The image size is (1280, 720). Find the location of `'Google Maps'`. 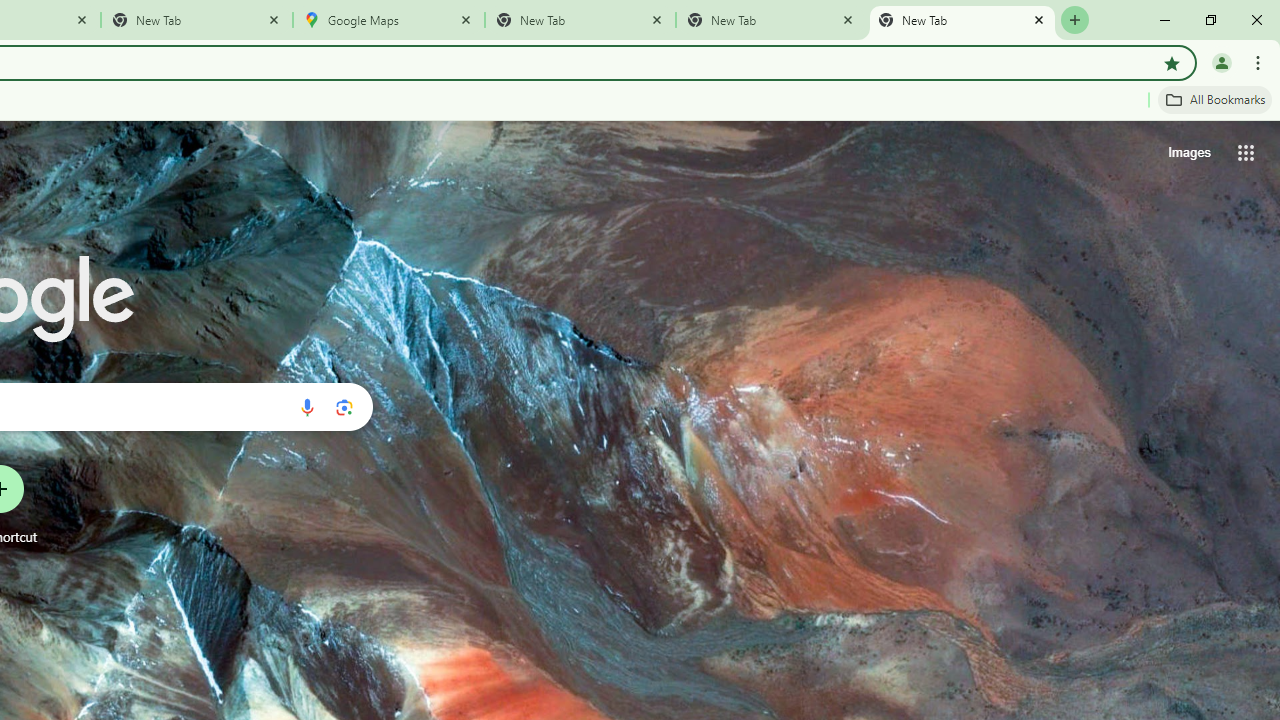

'Google Maps' is located at coordinates (389, 20).